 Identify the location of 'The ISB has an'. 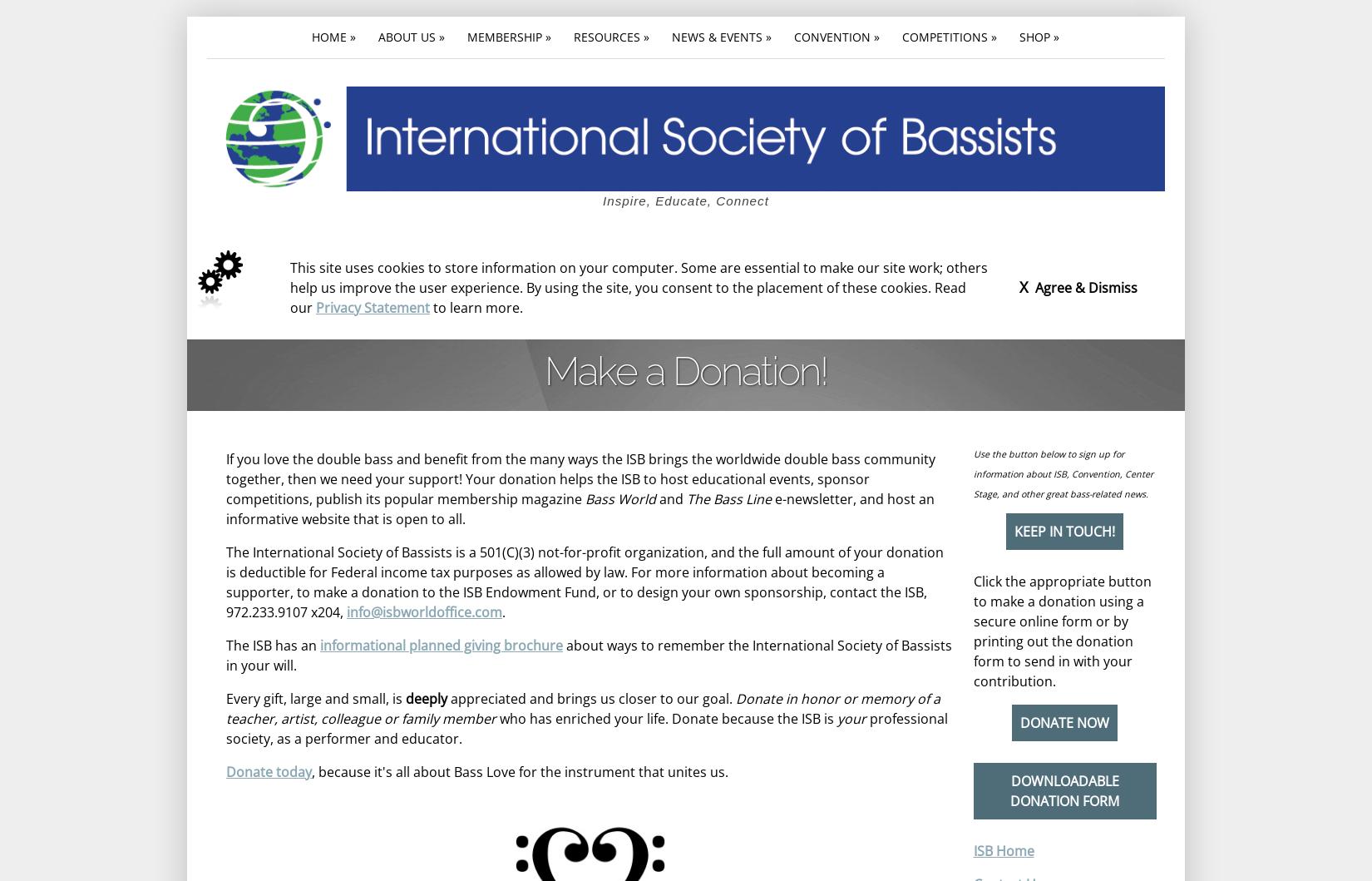
(273, 643).